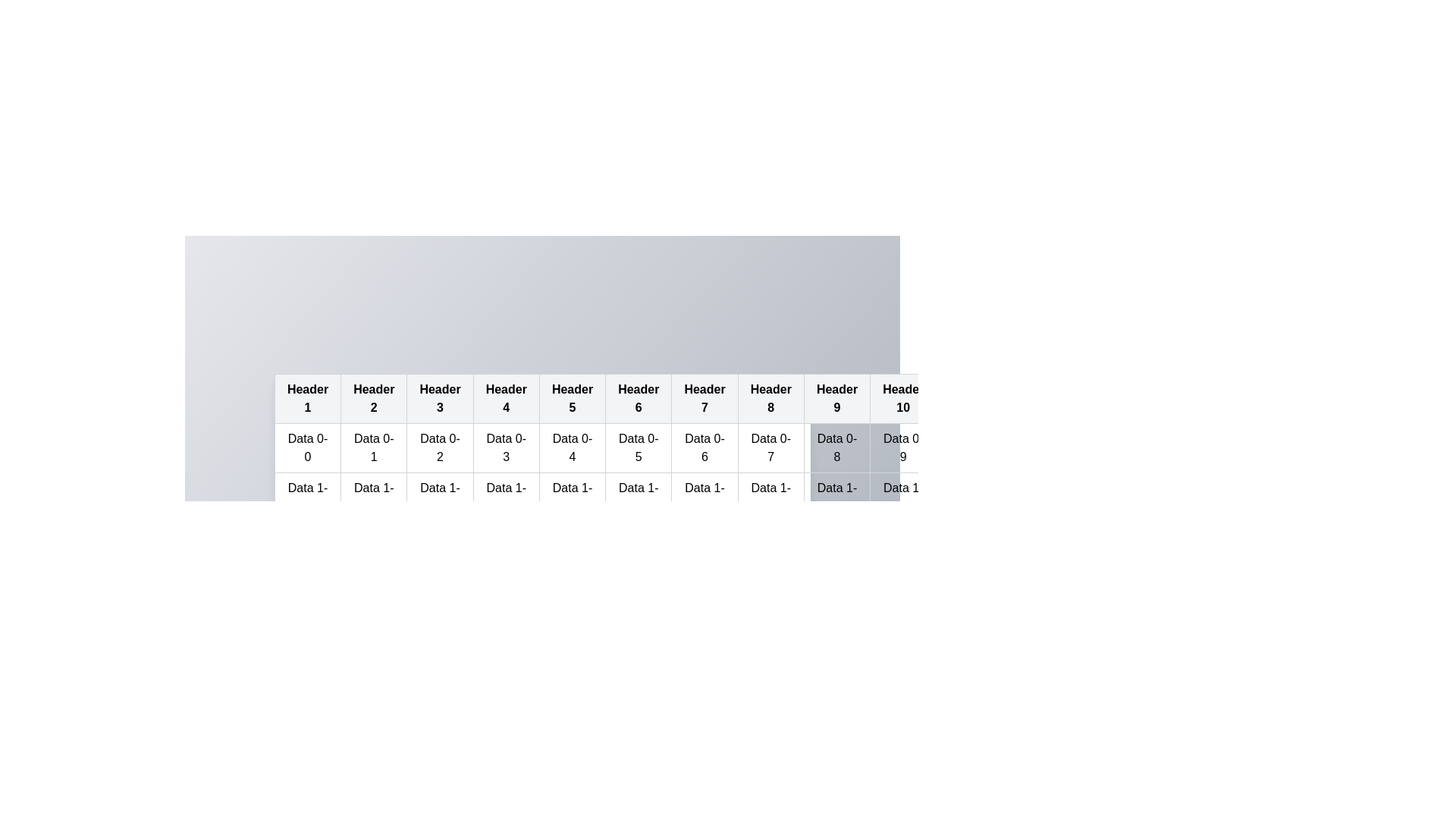  I want to click on the cell labeled 'Data 0-8' to open the context menu, so click(836, 447).